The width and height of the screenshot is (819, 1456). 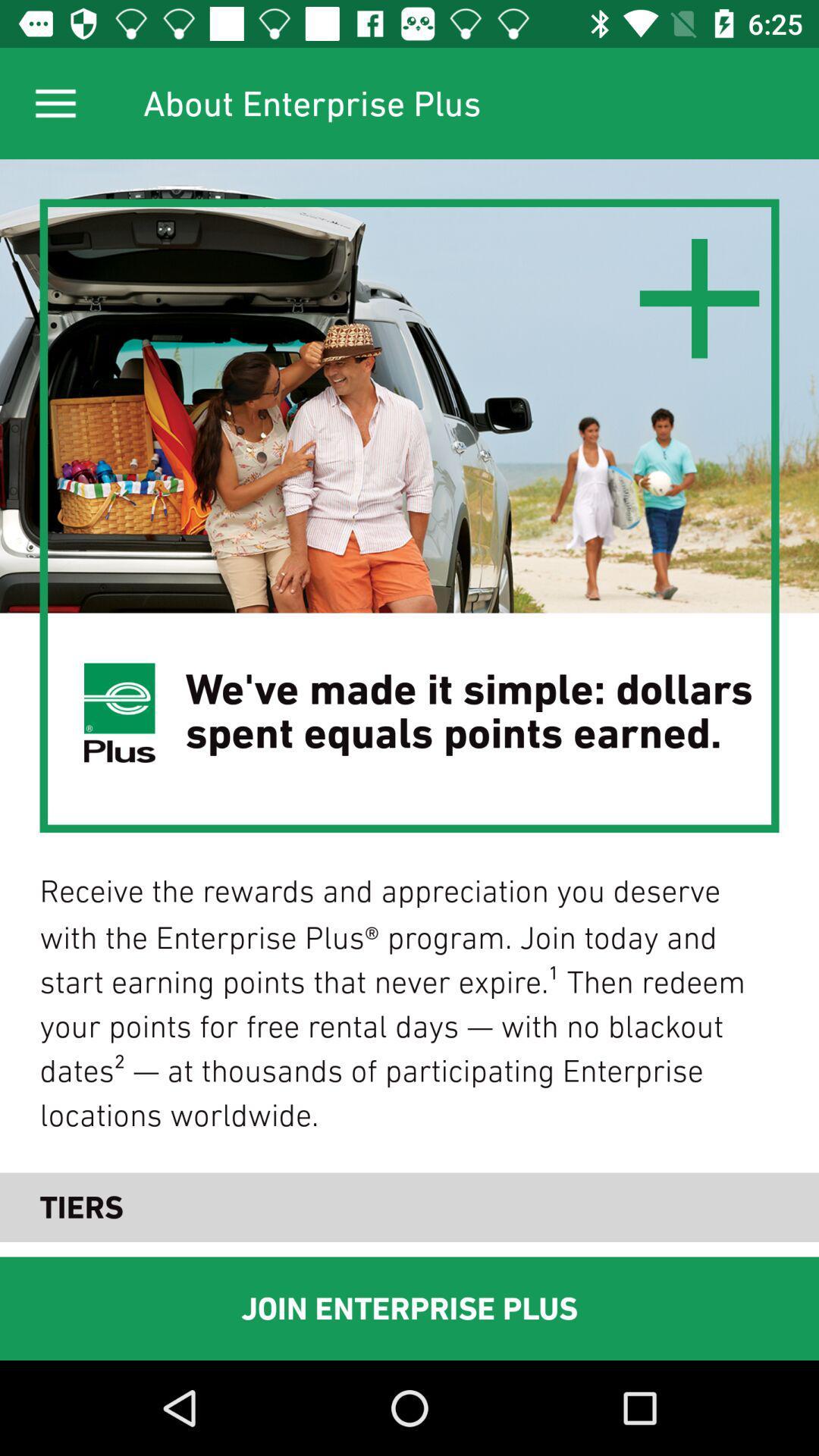 I want to click on the item to the left of the about enterprise plus, so click(x=55, y=102).